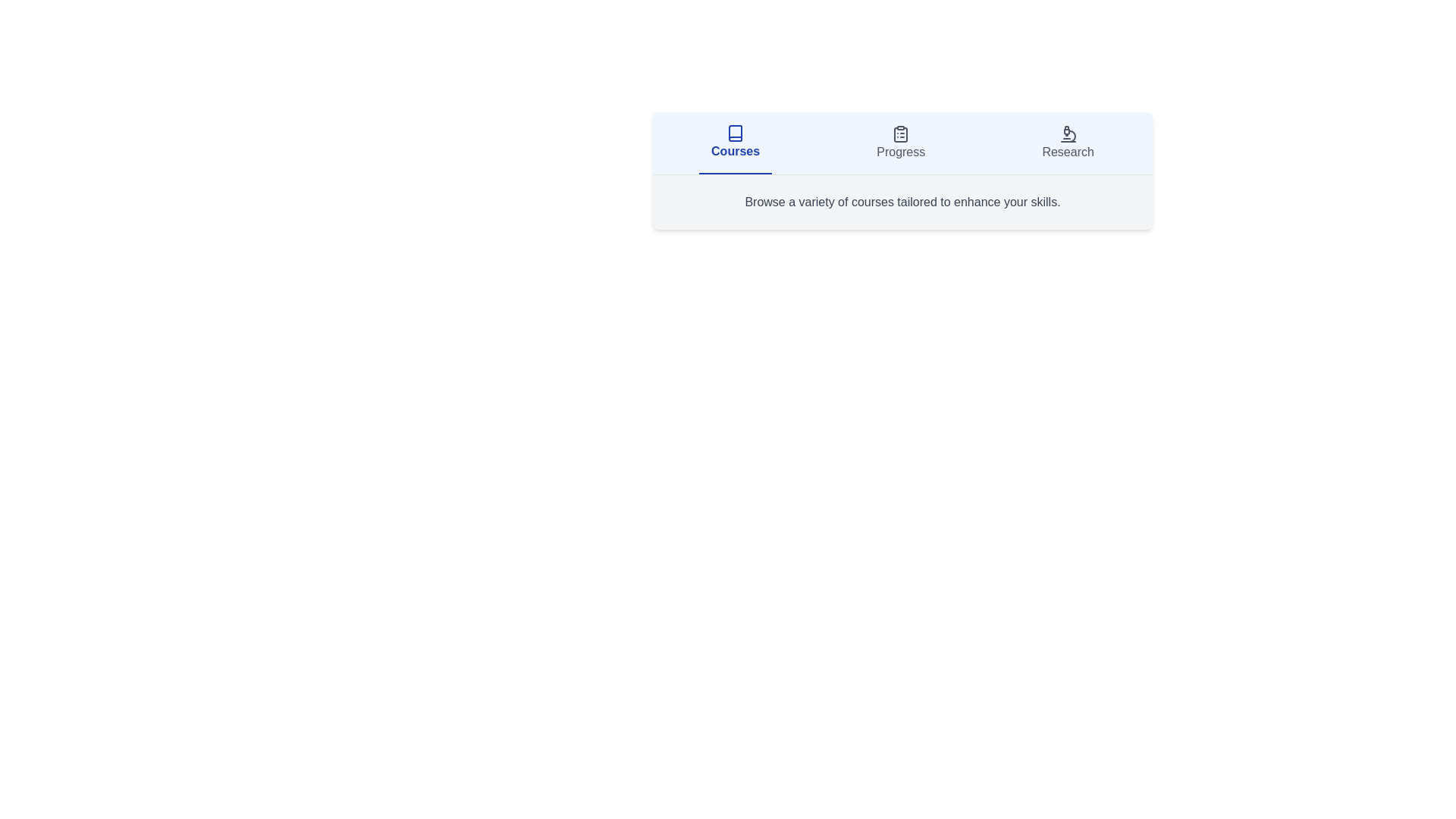 The image size is (1456, 819). What do you see at coordinates (901, 143) in the screenshot?
I see `the tab labeled Progress` at bounding box center [901, 143].